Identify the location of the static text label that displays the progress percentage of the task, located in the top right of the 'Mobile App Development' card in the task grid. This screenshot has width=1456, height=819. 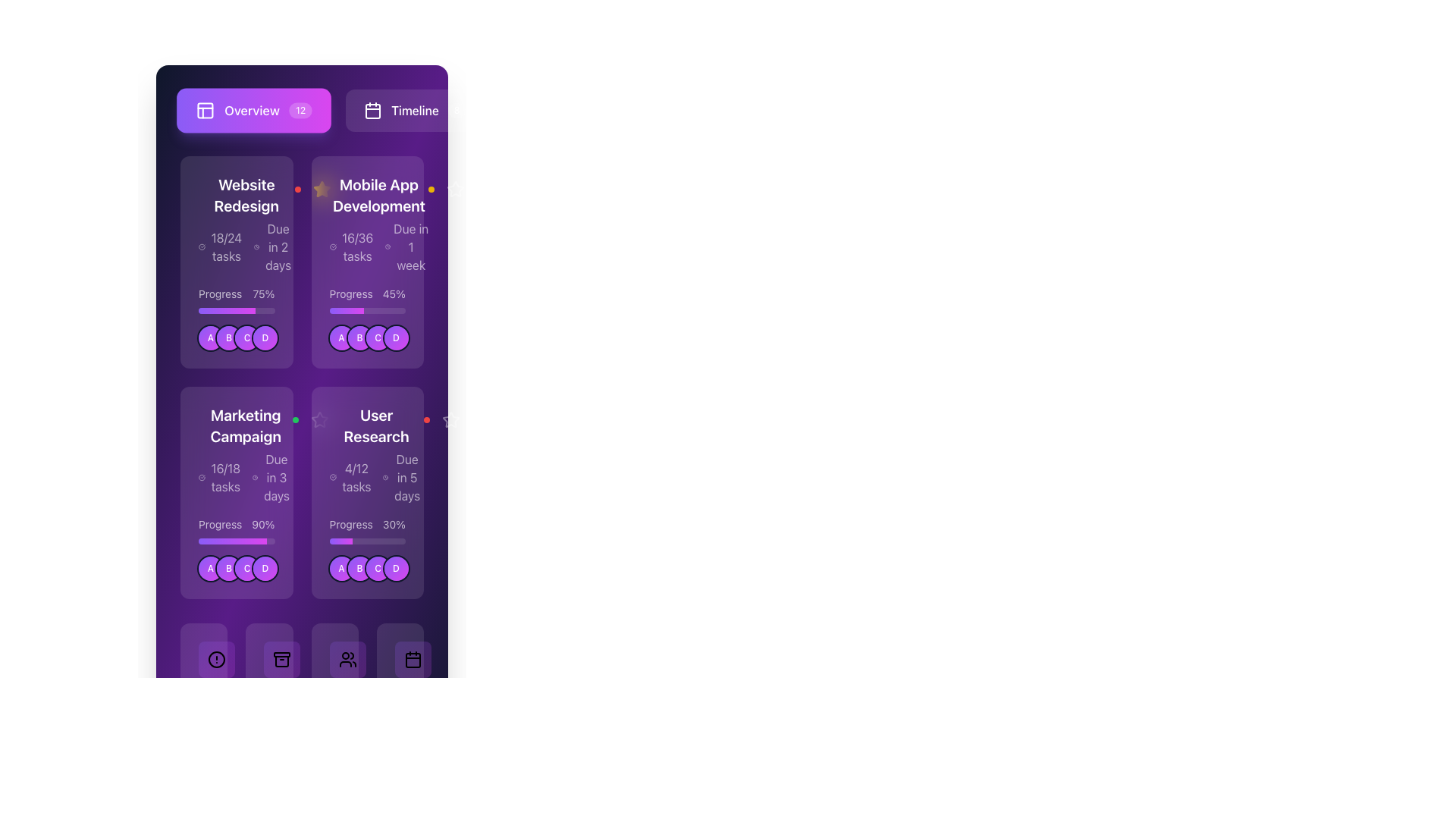
(394, 294).